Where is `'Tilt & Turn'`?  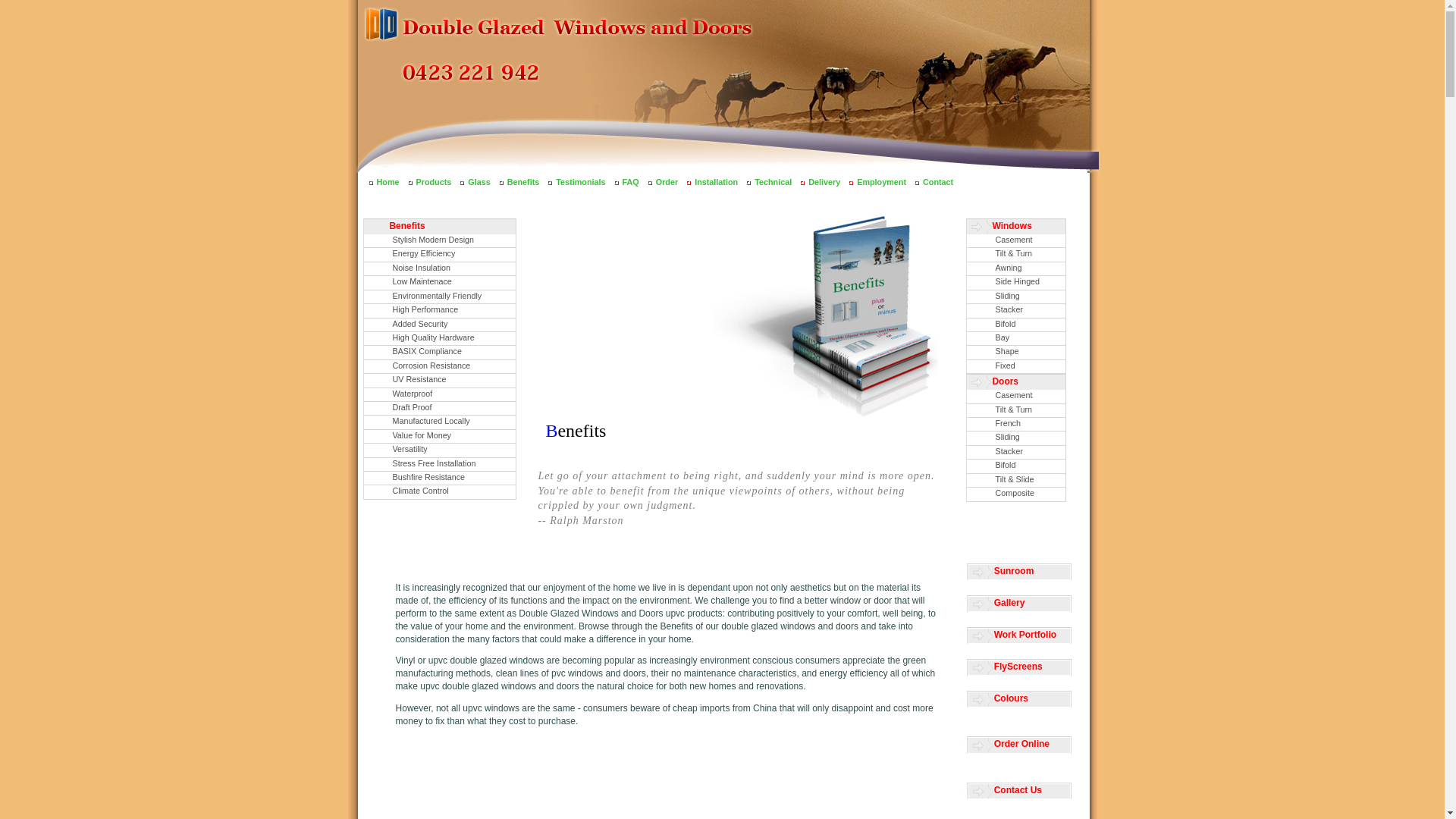 'Tilt & Turn' is located at coordinates (1015, 253).